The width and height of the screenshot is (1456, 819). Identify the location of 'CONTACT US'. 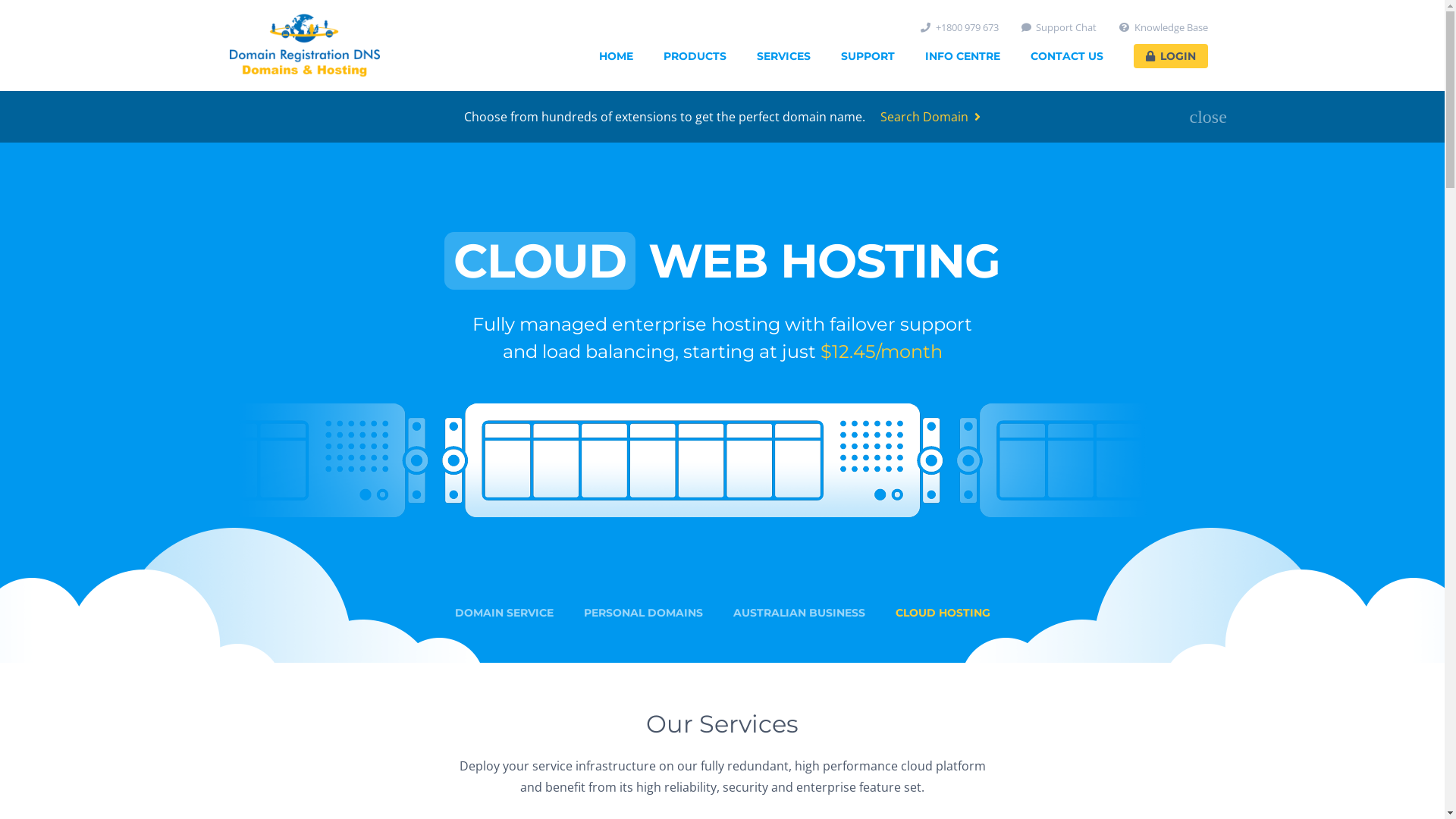
(1065, 55).